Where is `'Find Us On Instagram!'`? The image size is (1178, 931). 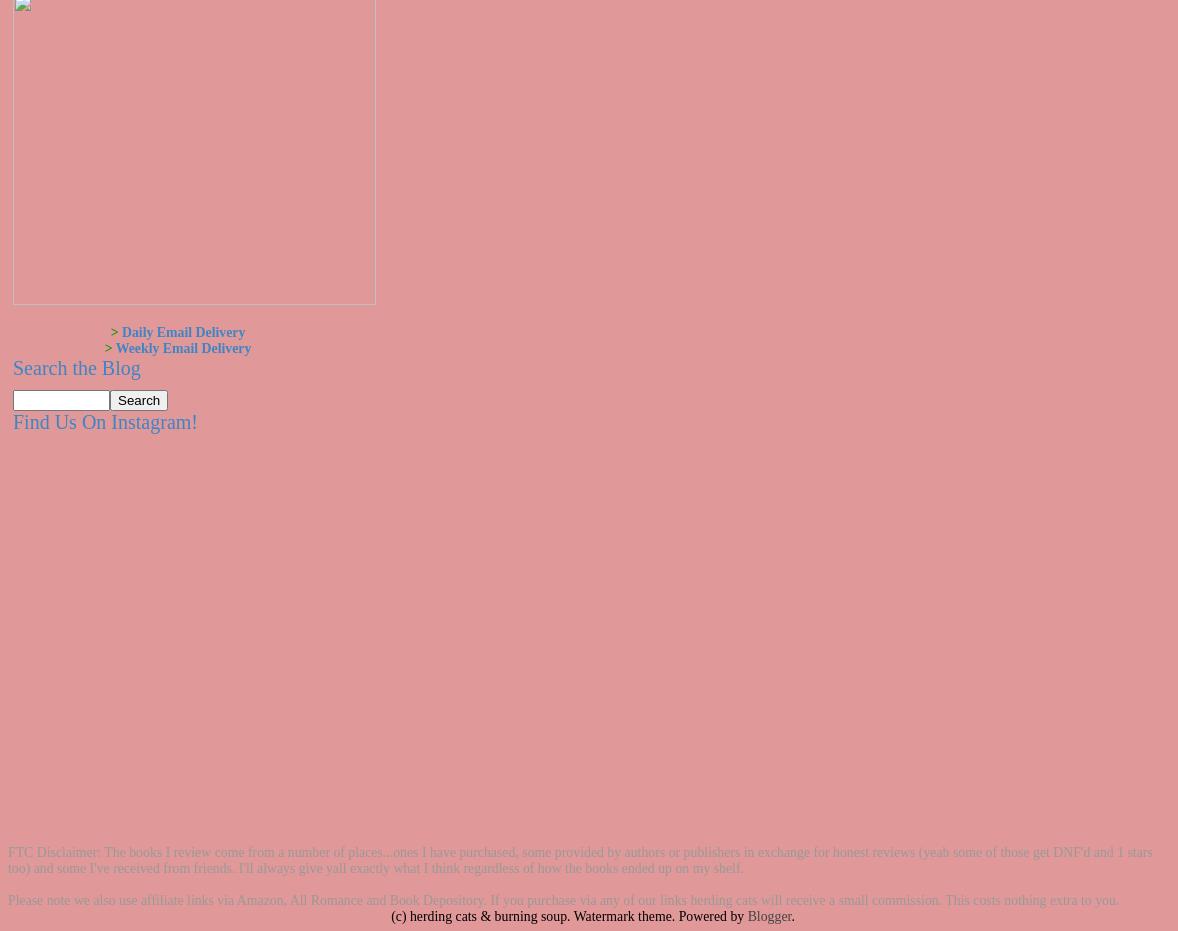
'Find Us On Instagram!' is located at coordinates (103, 421).